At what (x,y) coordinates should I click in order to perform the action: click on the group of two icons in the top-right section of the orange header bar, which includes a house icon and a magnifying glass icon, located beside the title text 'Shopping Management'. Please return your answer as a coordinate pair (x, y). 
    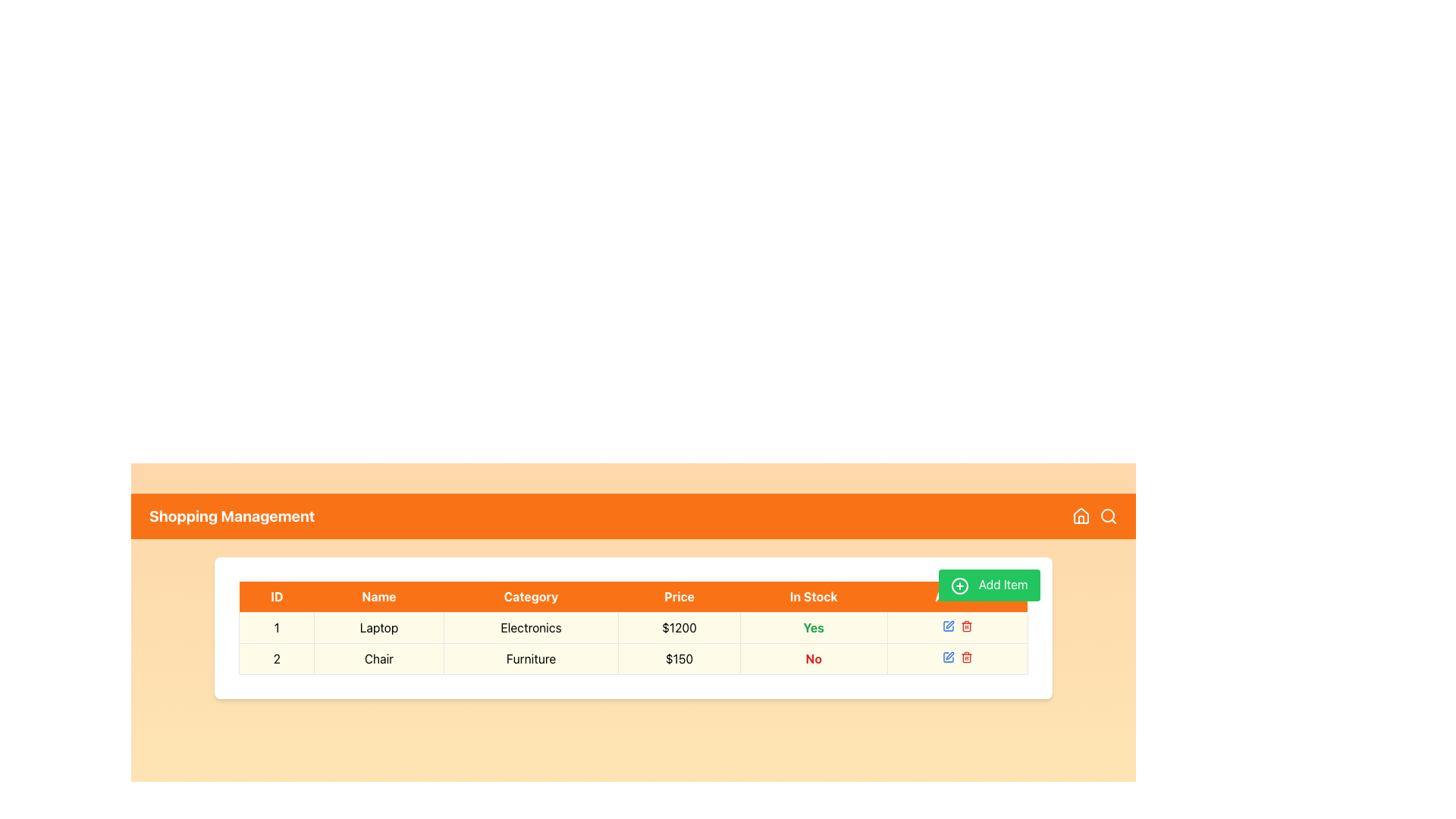
    Looking at the image, I should click on (1095, 516).